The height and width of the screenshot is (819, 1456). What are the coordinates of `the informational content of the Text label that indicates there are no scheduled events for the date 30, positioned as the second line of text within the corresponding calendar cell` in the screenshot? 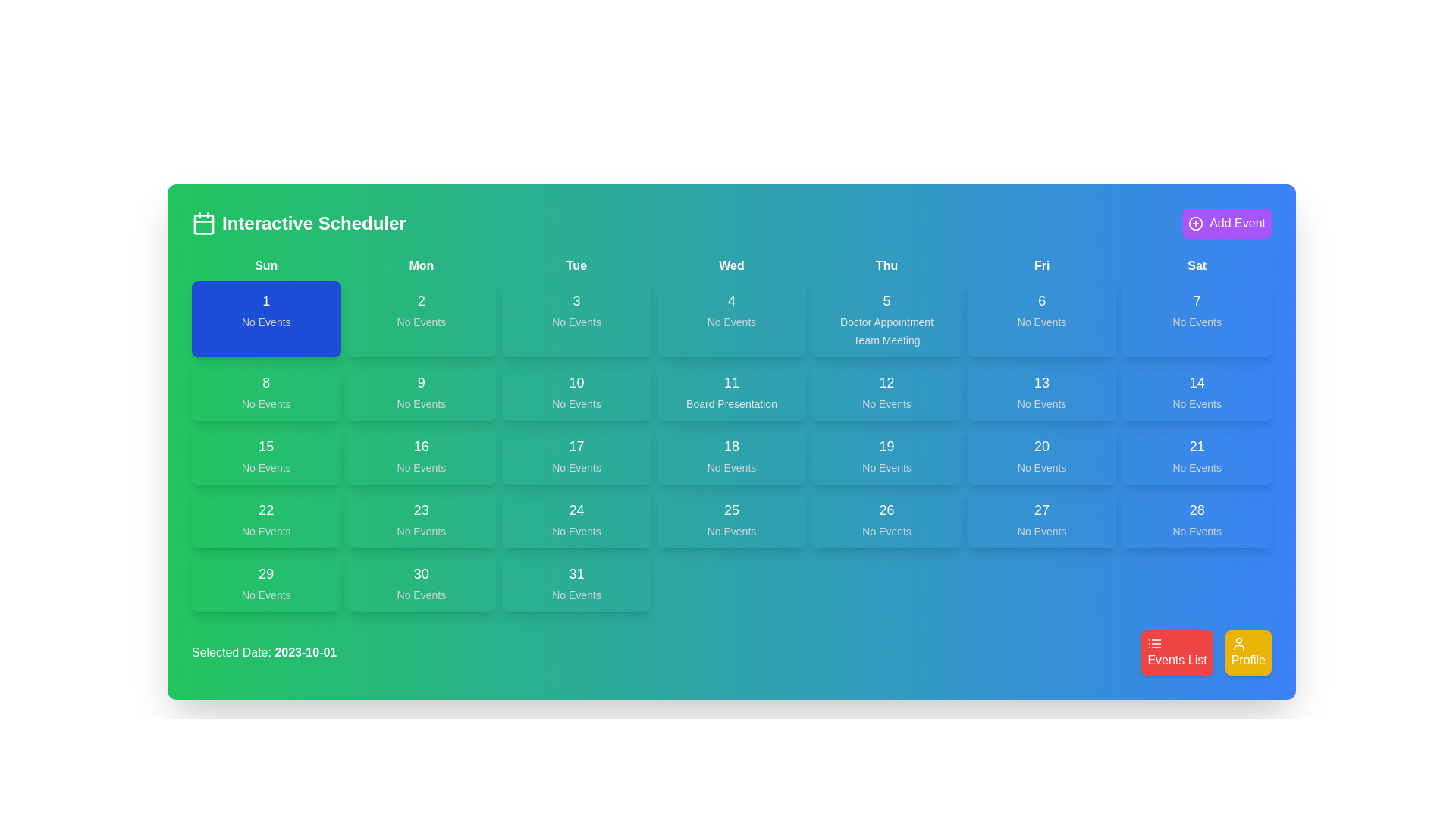 It's located at (421, 595).